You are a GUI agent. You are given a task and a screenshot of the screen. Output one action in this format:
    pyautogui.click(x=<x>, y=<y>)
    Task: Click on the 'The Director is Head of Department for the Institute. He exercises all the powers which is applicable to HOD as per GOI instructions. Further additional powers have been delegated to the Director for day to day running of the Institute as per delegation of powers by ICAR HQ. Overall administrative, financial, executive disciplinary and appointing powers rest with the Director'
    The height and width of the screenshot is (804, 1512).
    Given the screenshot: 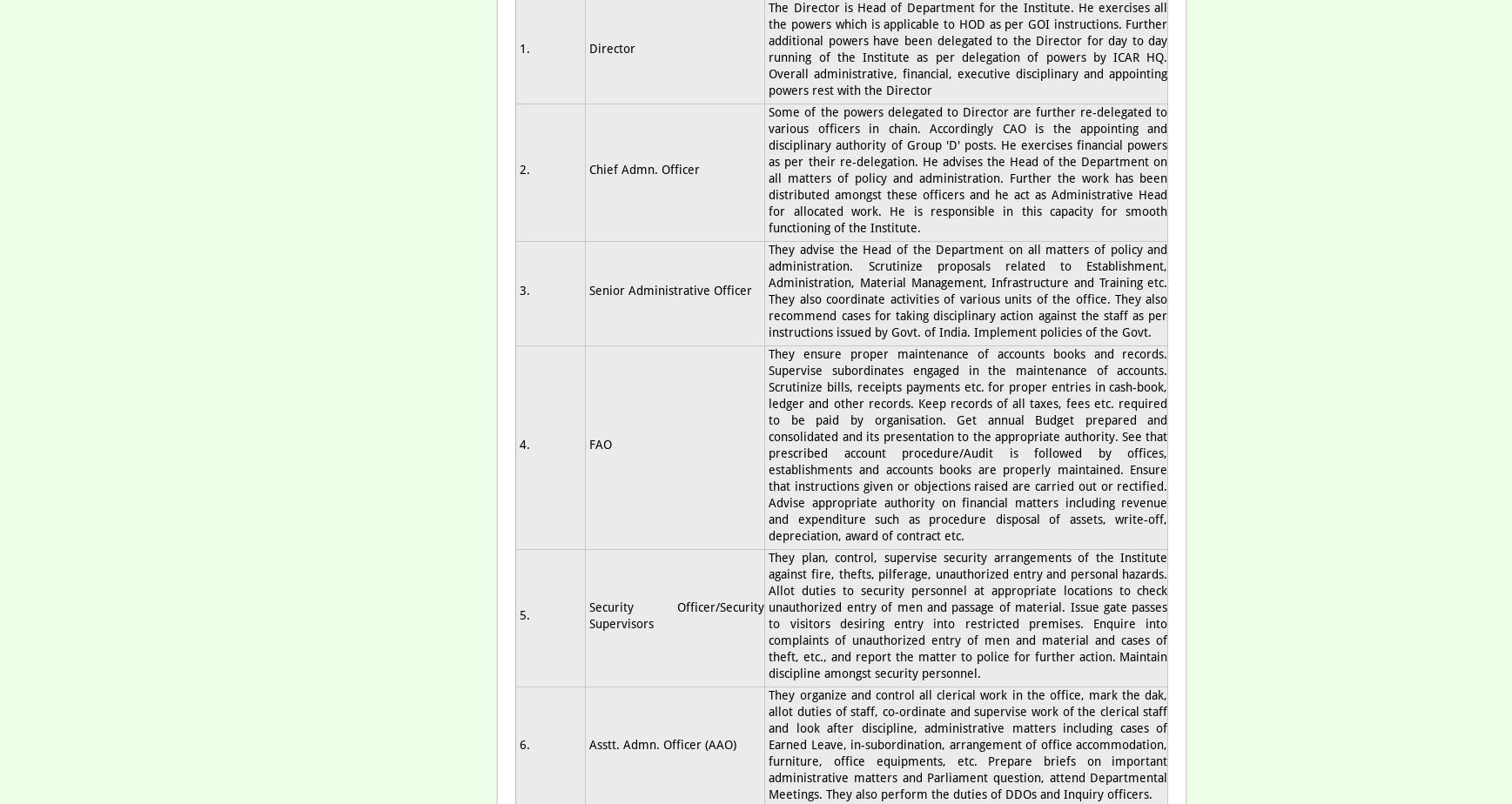 What is the action you would take?
    pyautogui.click(x=768, y=48)
    